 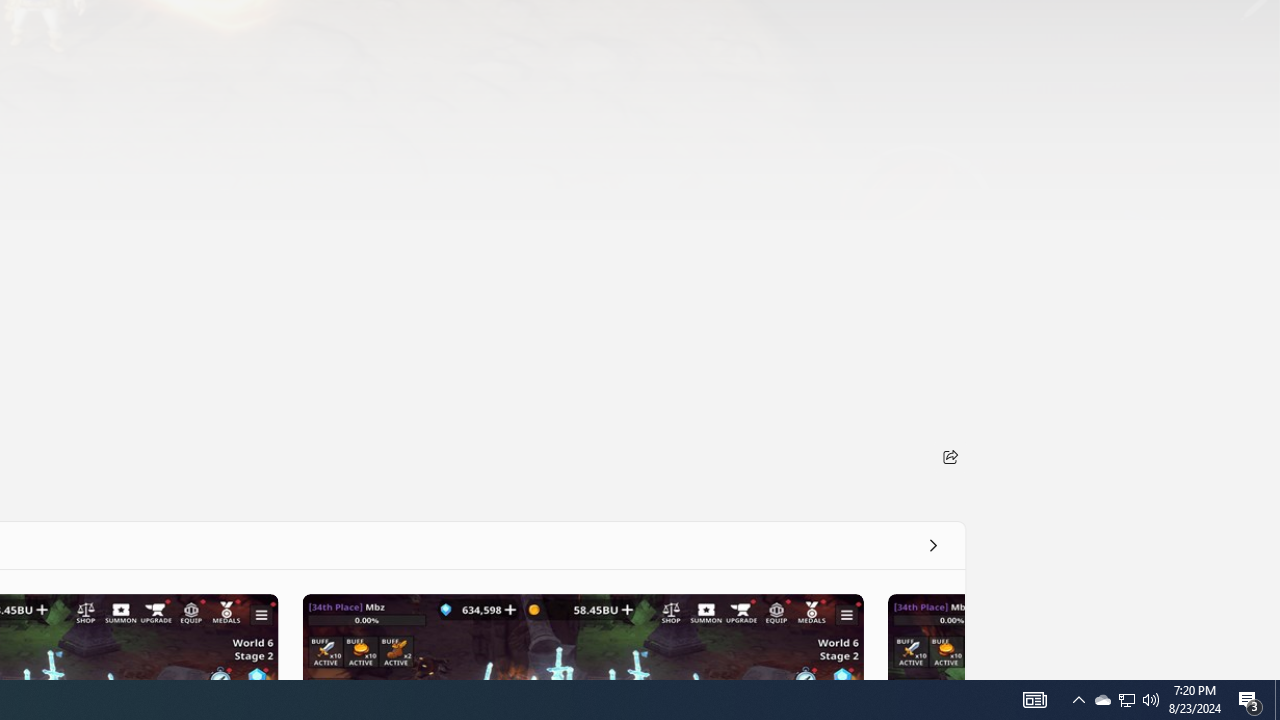 I want to click on 'Screenshot 4', so click(x=924, y=636).